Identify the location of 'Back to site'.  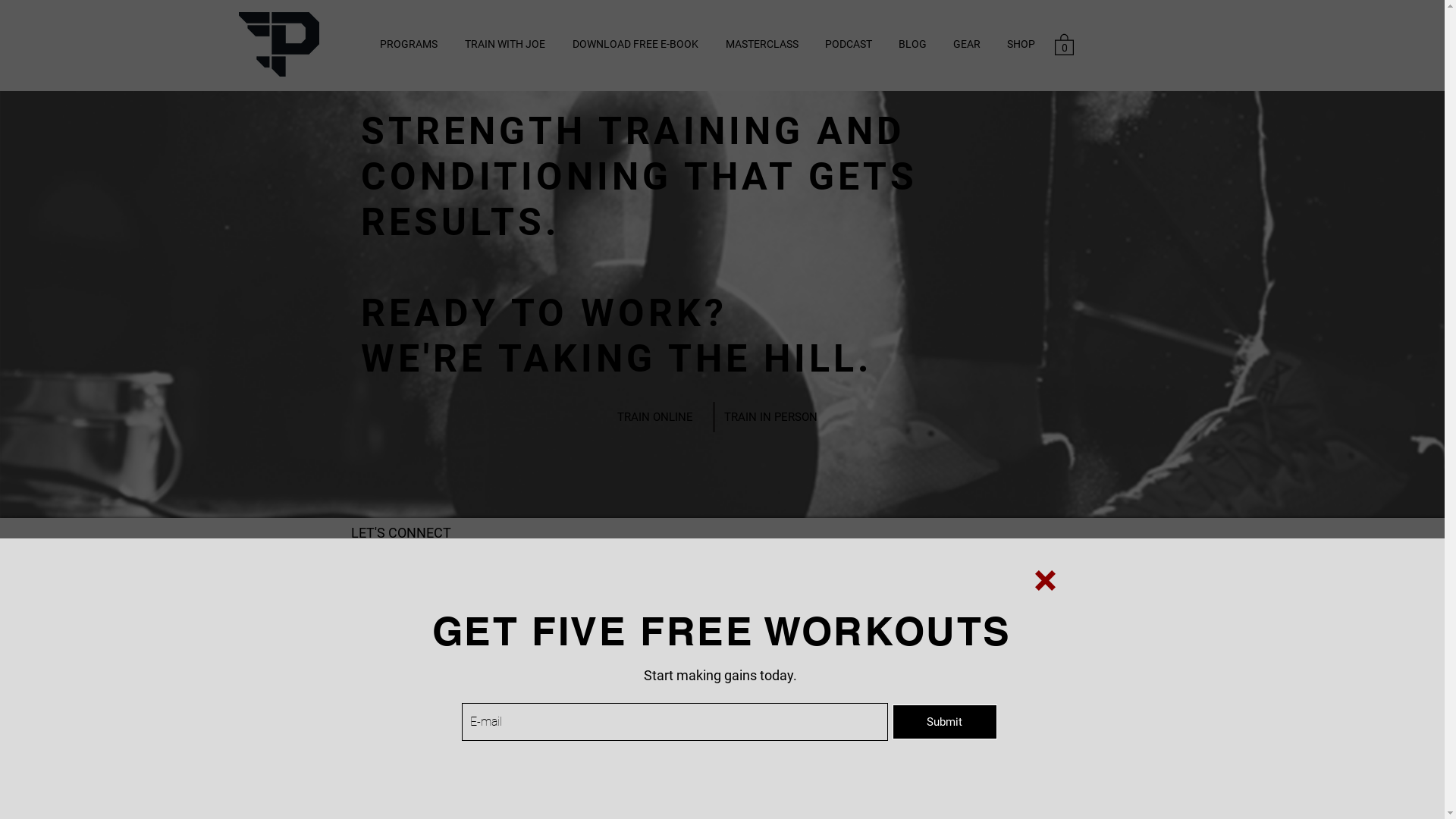
(1043, 580).